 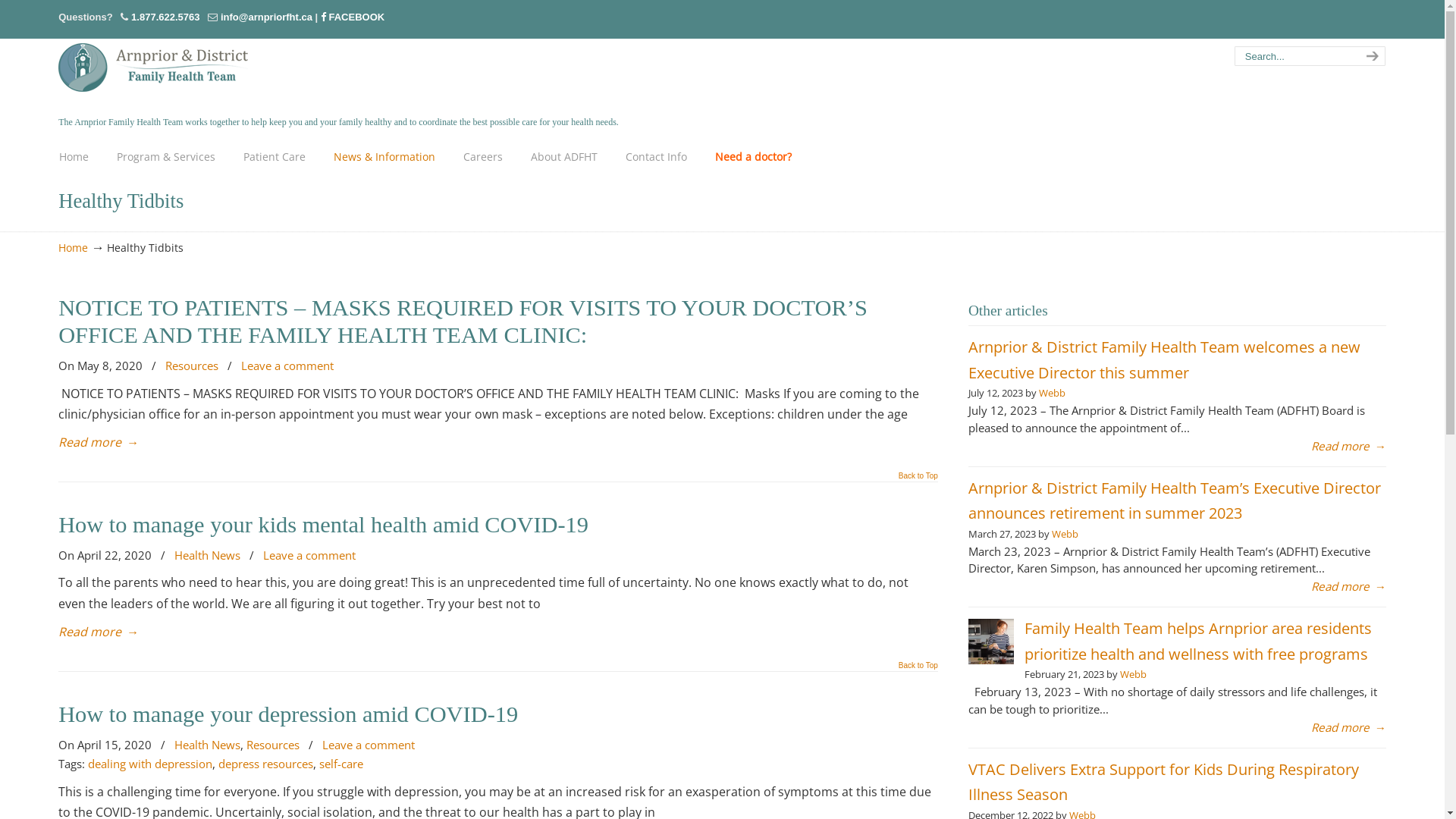 What do you see at coordinates (318, 157) in the screenshot?
I see `'News & Information'` at bounding box center [318, 157].